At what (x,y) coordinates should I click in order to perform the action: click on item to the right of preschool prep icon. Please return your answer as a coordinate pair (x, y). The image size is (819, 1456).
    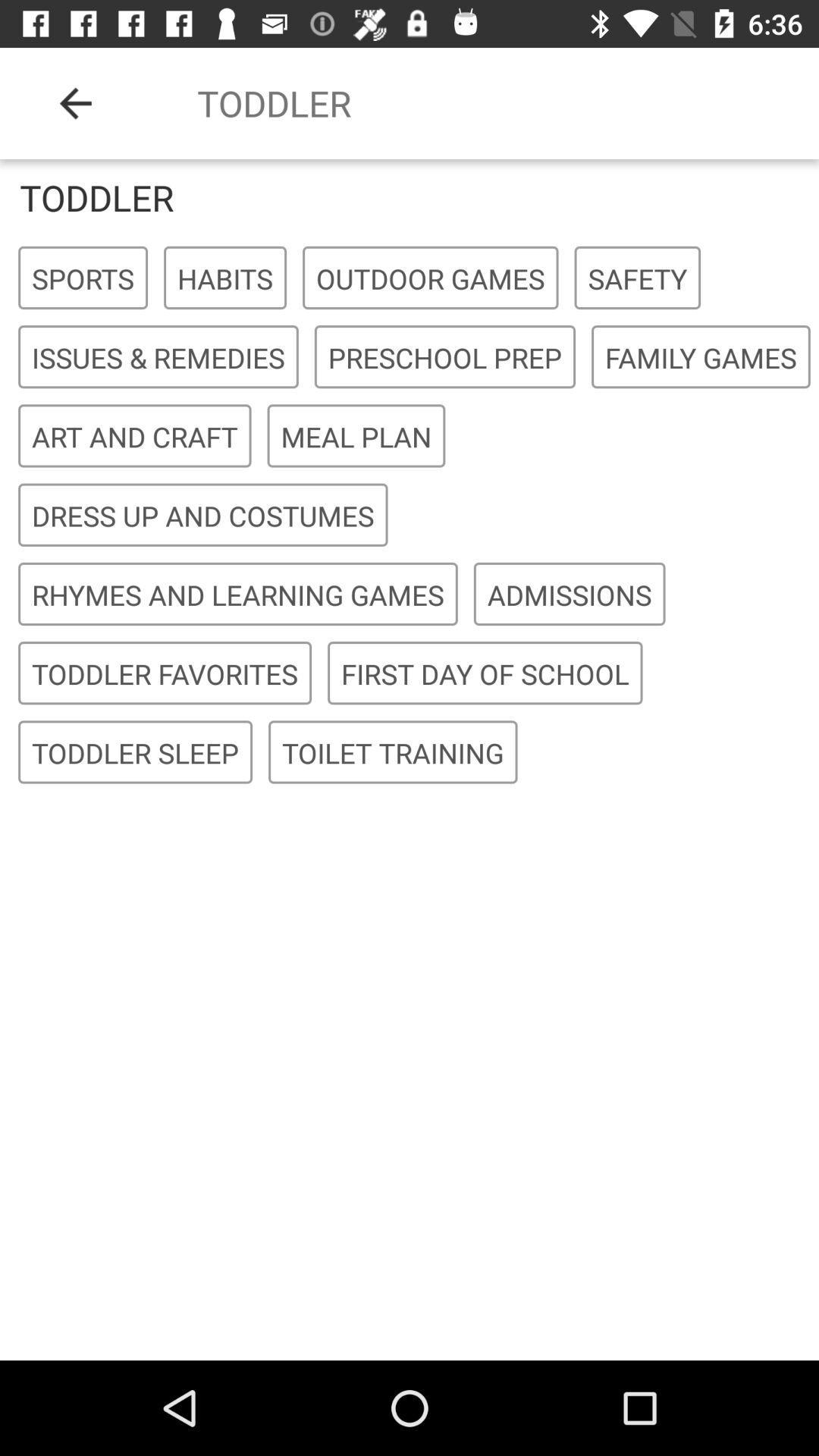
    Looking at the image, I should click on (701, 356).